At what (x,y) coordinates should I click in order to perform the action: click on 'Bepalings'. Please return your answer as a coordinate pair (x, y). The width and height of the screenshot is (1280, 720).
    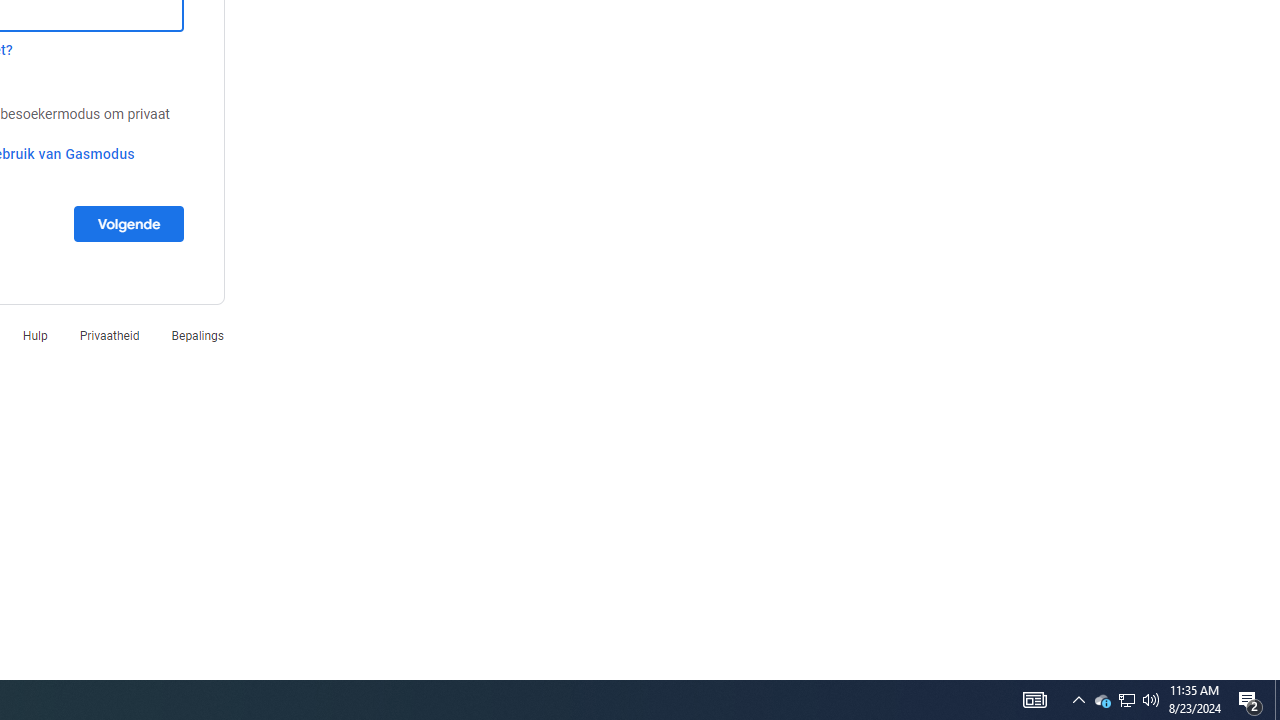
    Looking at the image, I should click on (197, 334).